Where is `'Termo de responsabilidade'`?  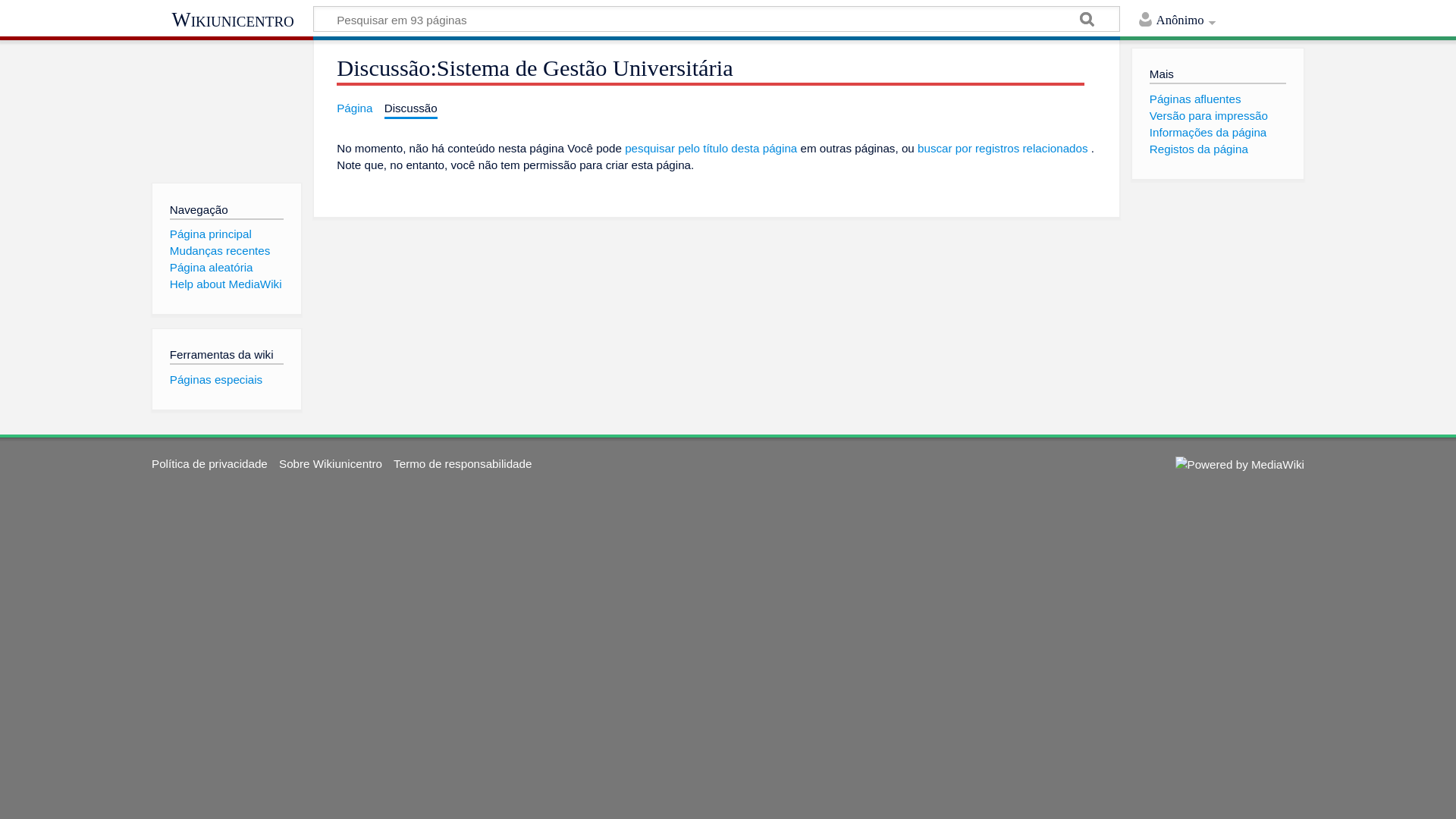
'Termo de responsabilidade' is located at coordinates (393, 463).